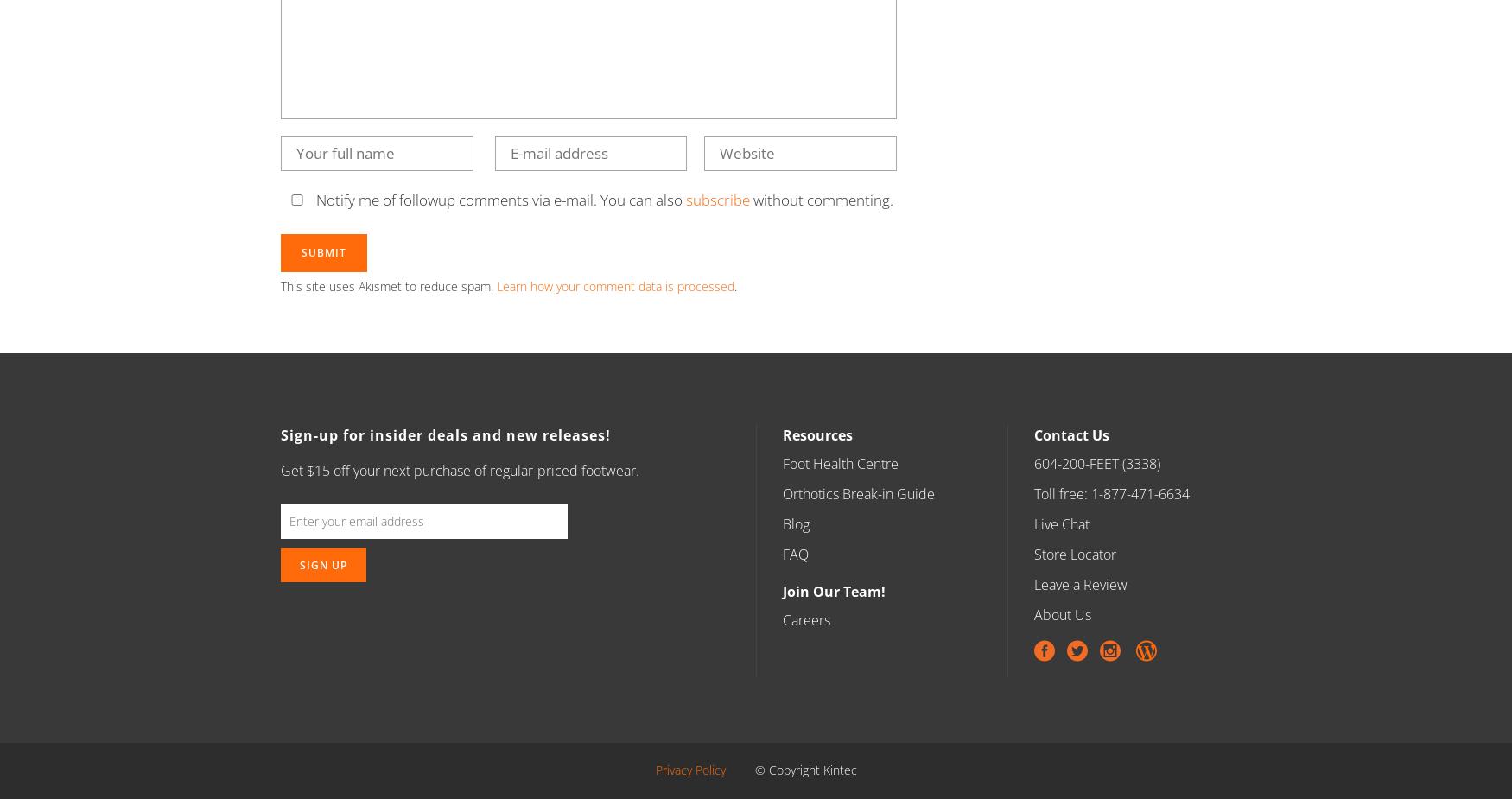 The image size is (1512, 799). I want to click on 'Foot Health Centre', so click(841, 463).